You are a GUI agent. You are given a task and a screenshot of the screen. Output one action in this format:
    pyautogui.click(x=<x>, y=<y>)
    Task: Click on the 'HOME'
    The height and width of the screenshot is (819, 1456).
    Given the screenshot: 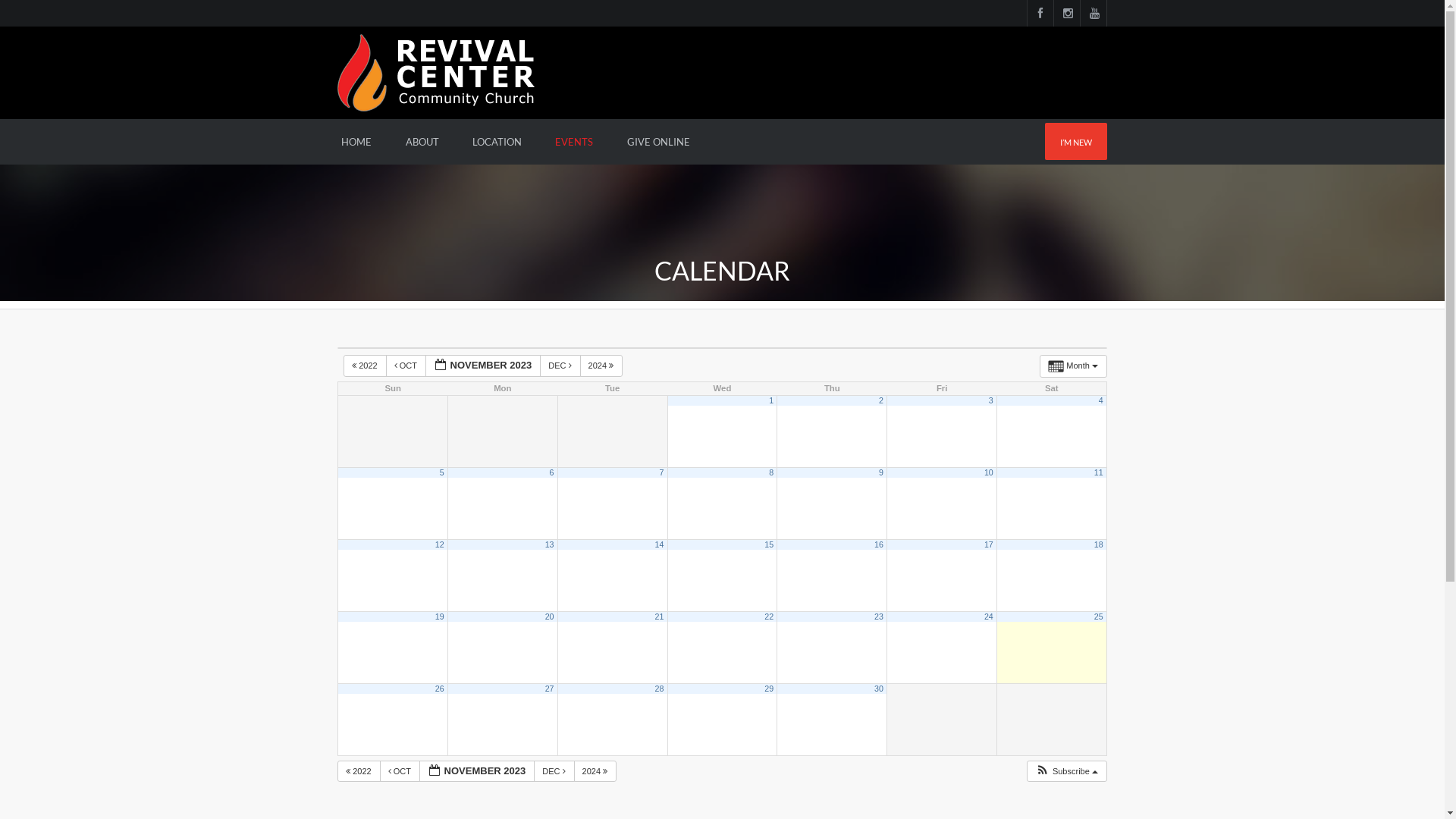 What is the action you would take?
    pyautogui.click(x=356, y=141)
    